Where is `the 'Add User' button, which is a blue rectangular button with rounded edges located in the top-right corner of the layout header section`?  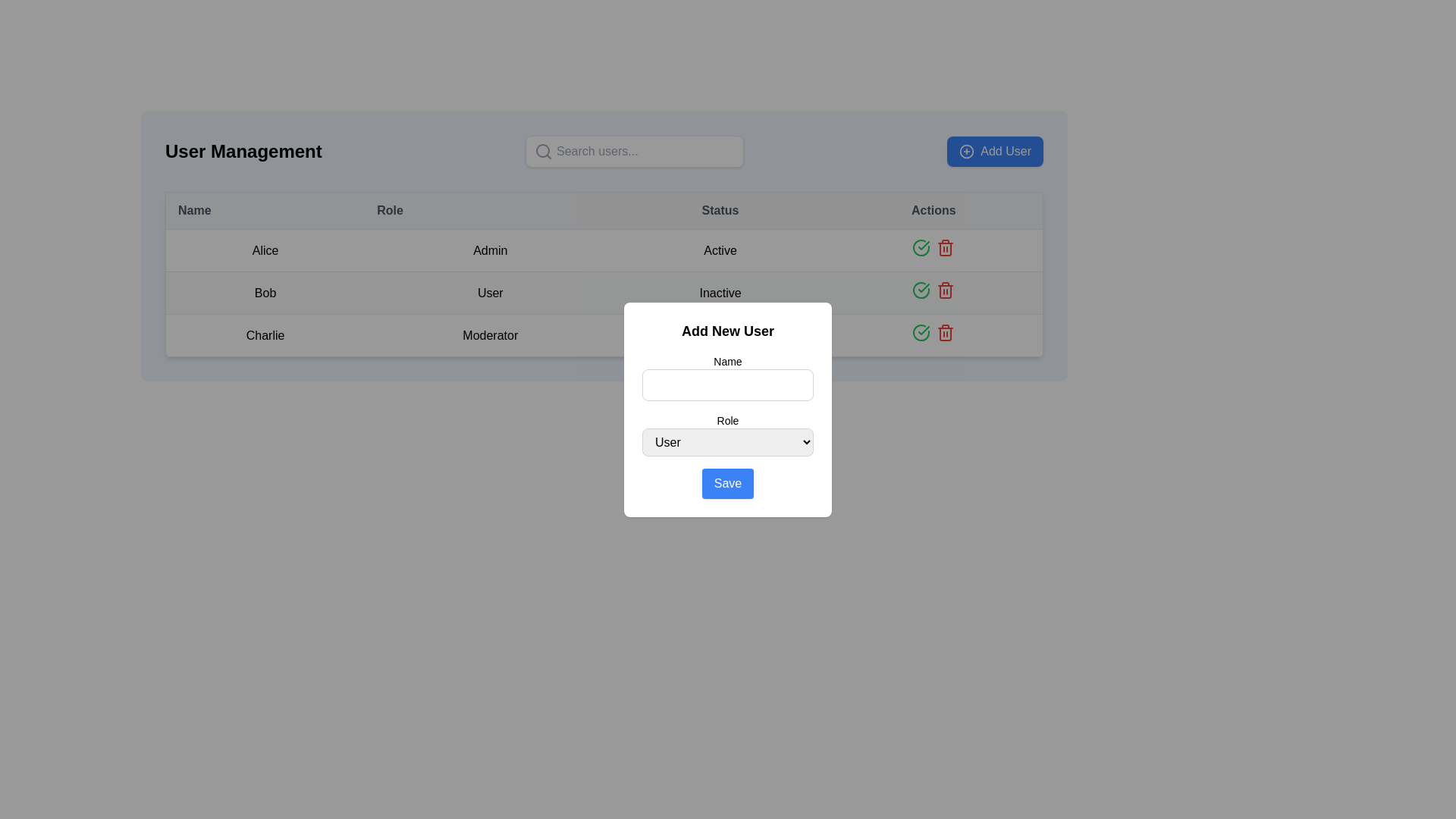
the 'Add User' button, which is a blue rectangular button with rounded edges located in the top-right corner of the layout header section is located at coordinates (995, 152).